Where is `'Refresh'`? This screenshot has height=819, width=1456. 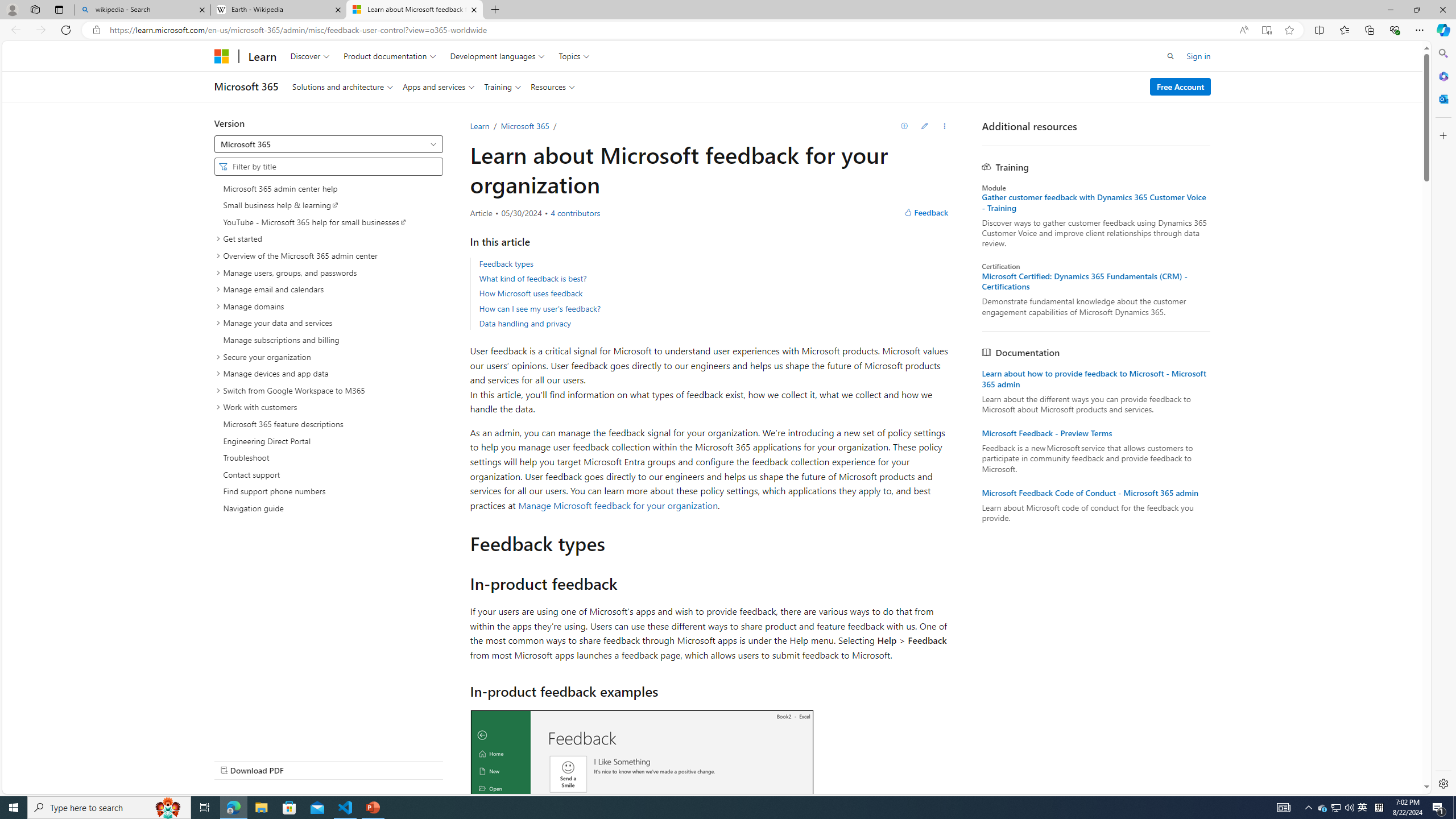
'Refresh' is located at coordinates (65, 29).